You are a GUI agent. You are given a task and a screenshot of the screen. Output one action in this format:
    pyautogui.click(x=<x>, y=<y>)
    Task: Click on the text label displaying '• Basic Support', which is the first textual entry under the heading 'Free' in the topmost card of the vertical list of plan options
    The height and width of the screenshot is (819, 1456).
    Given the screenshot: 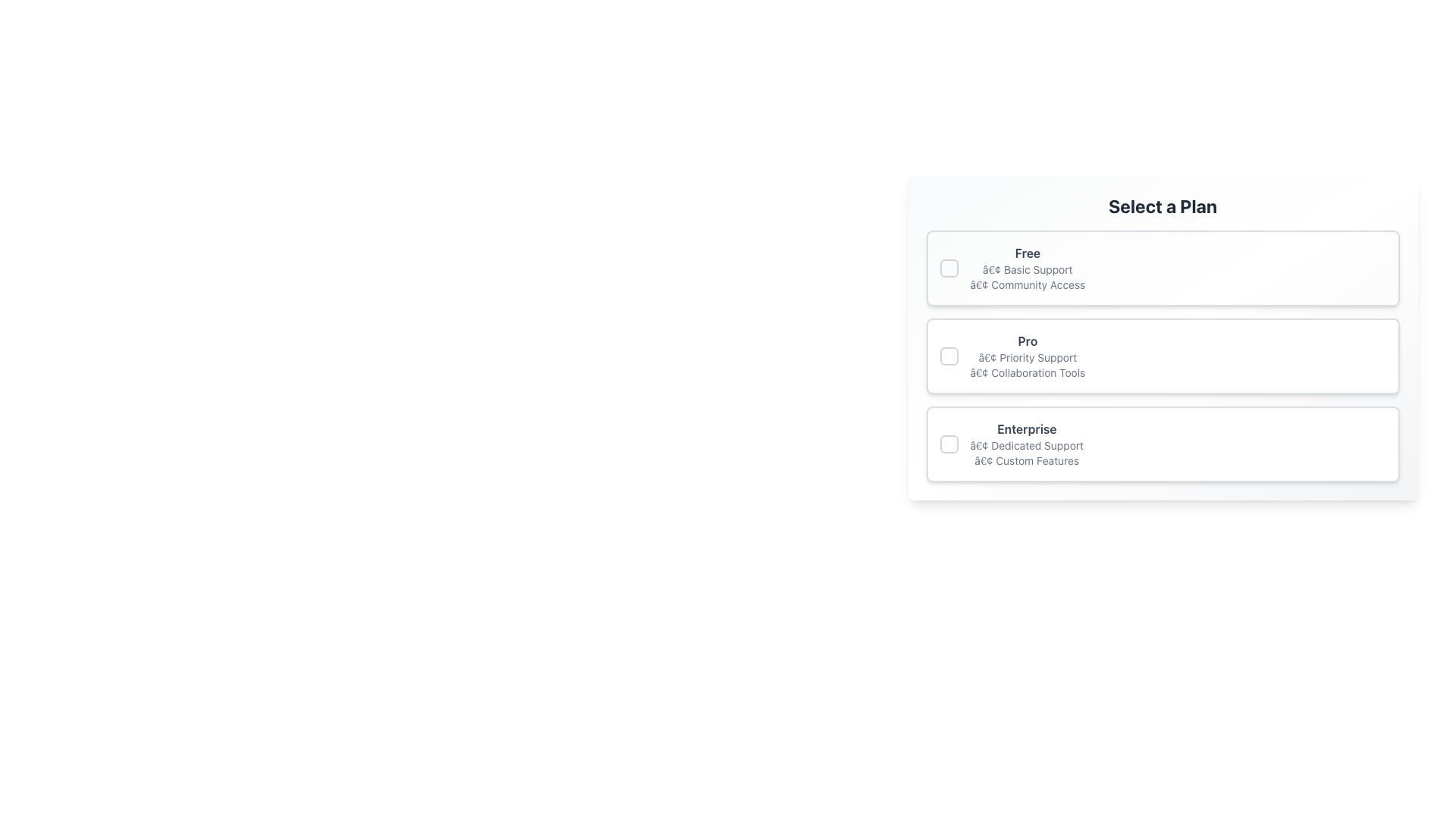 What is the action you would take?
    pyautogui.click(x=1028, y=268)
    